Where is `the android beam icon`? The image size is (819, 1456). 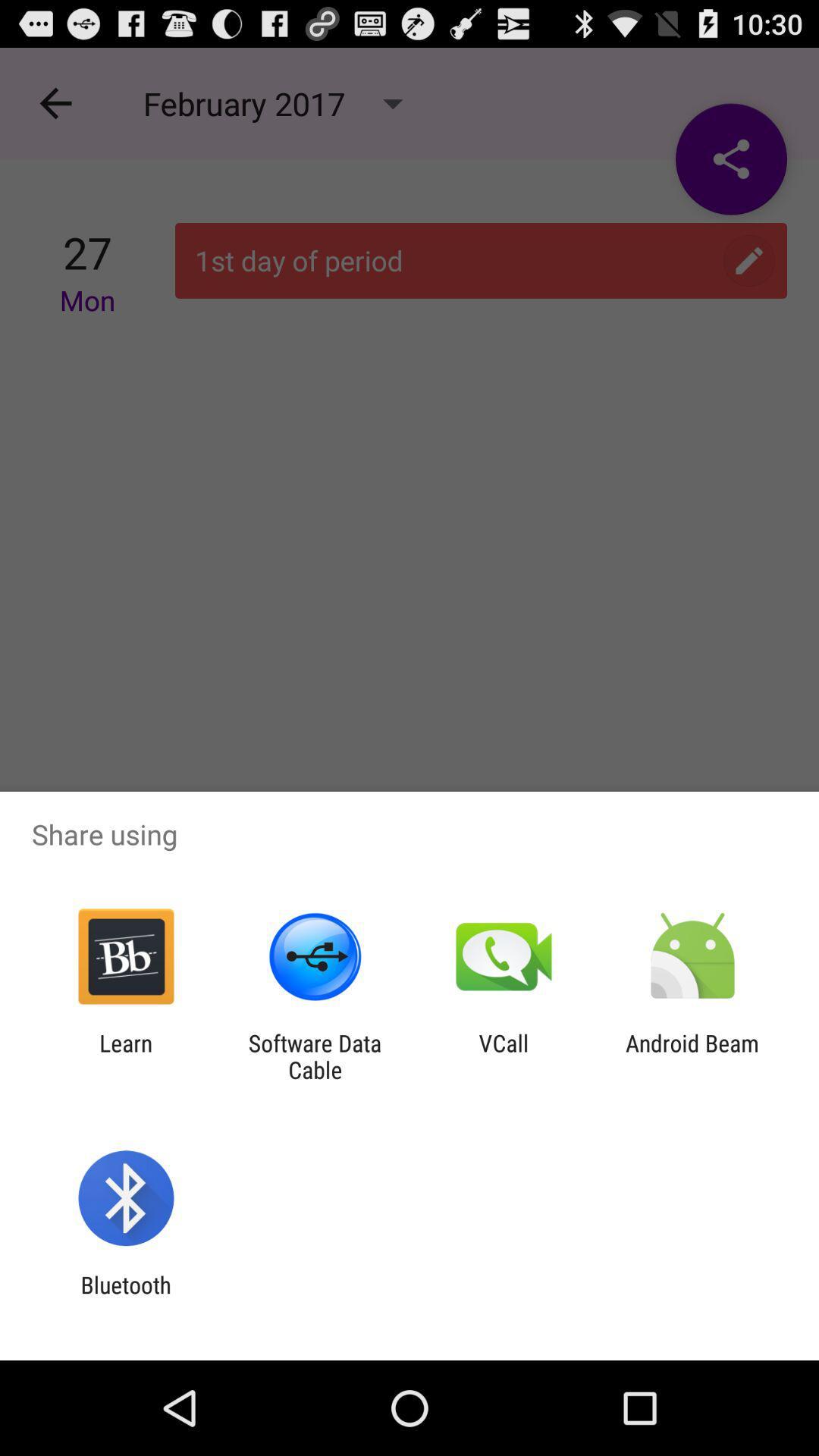 the android beam icon is located at coordinates (692, 1056).